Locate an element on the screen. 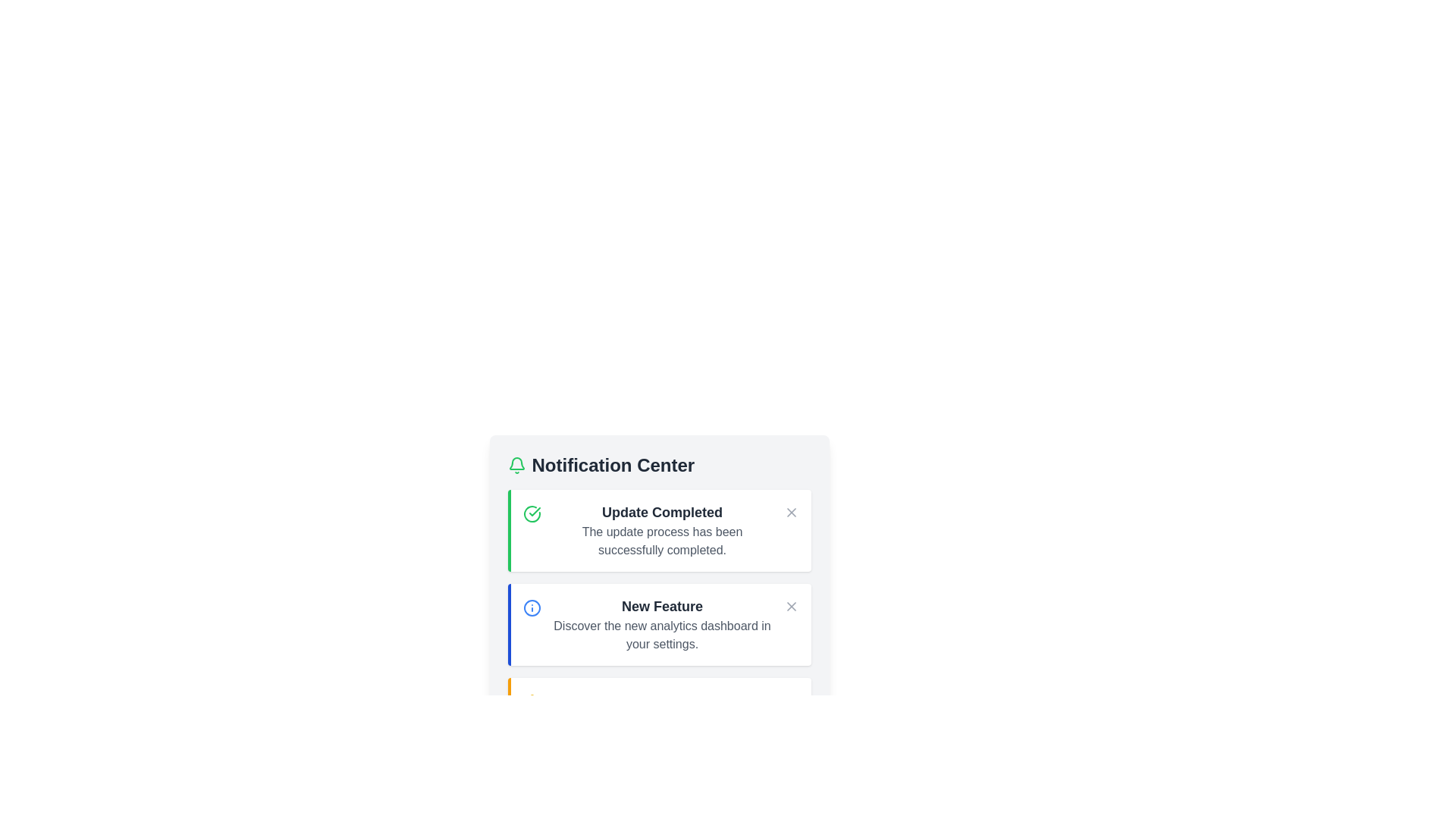 This screenshot has width=1456, height=819. text label displaying 'Update Completed' which is styled in bold and large font, located at the top of a notification card in the Notification Center is located at coordinates (662, 512).